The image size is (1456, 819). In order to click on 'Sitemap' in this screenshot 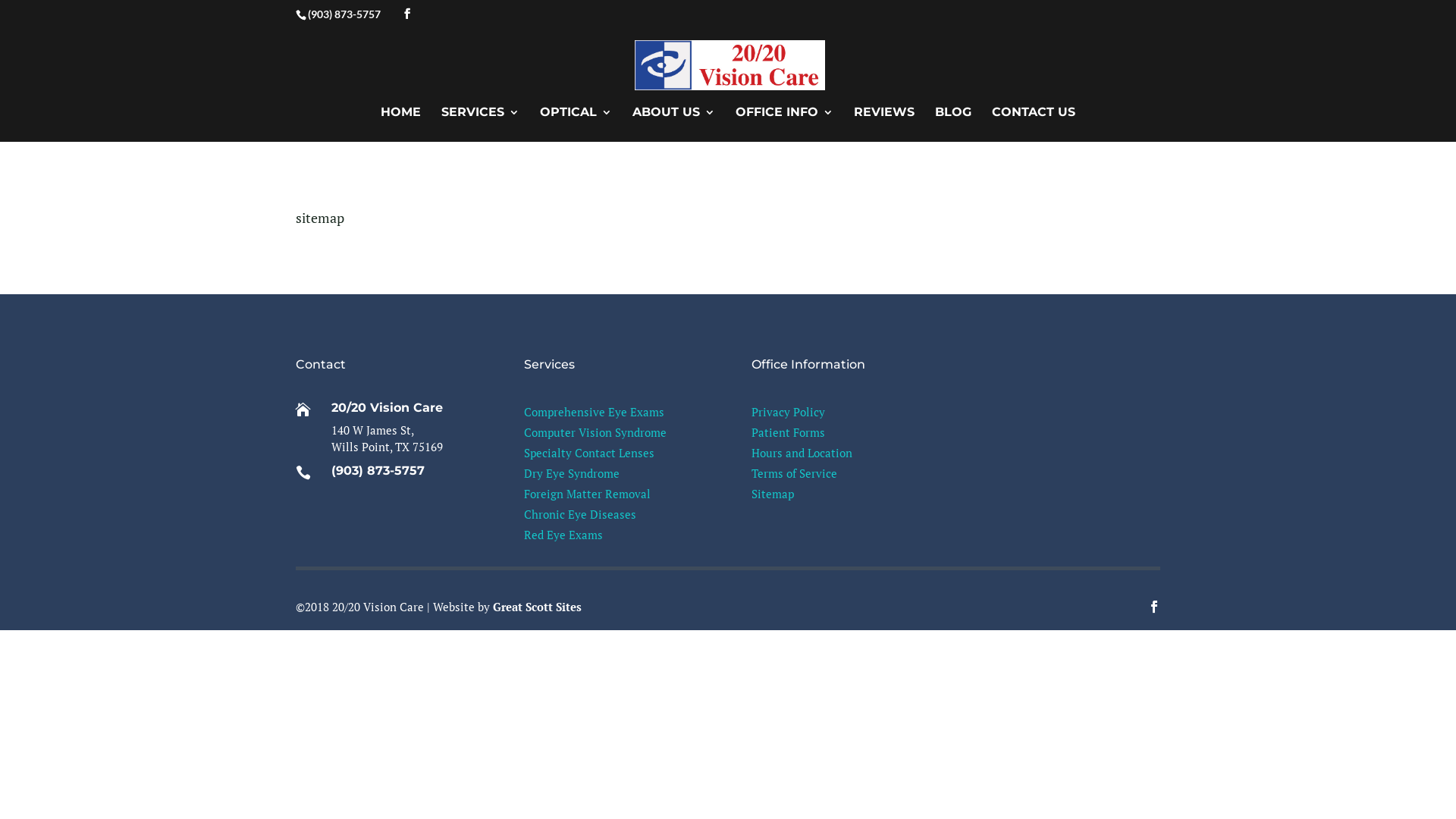, I will do `click(751, 494)`.